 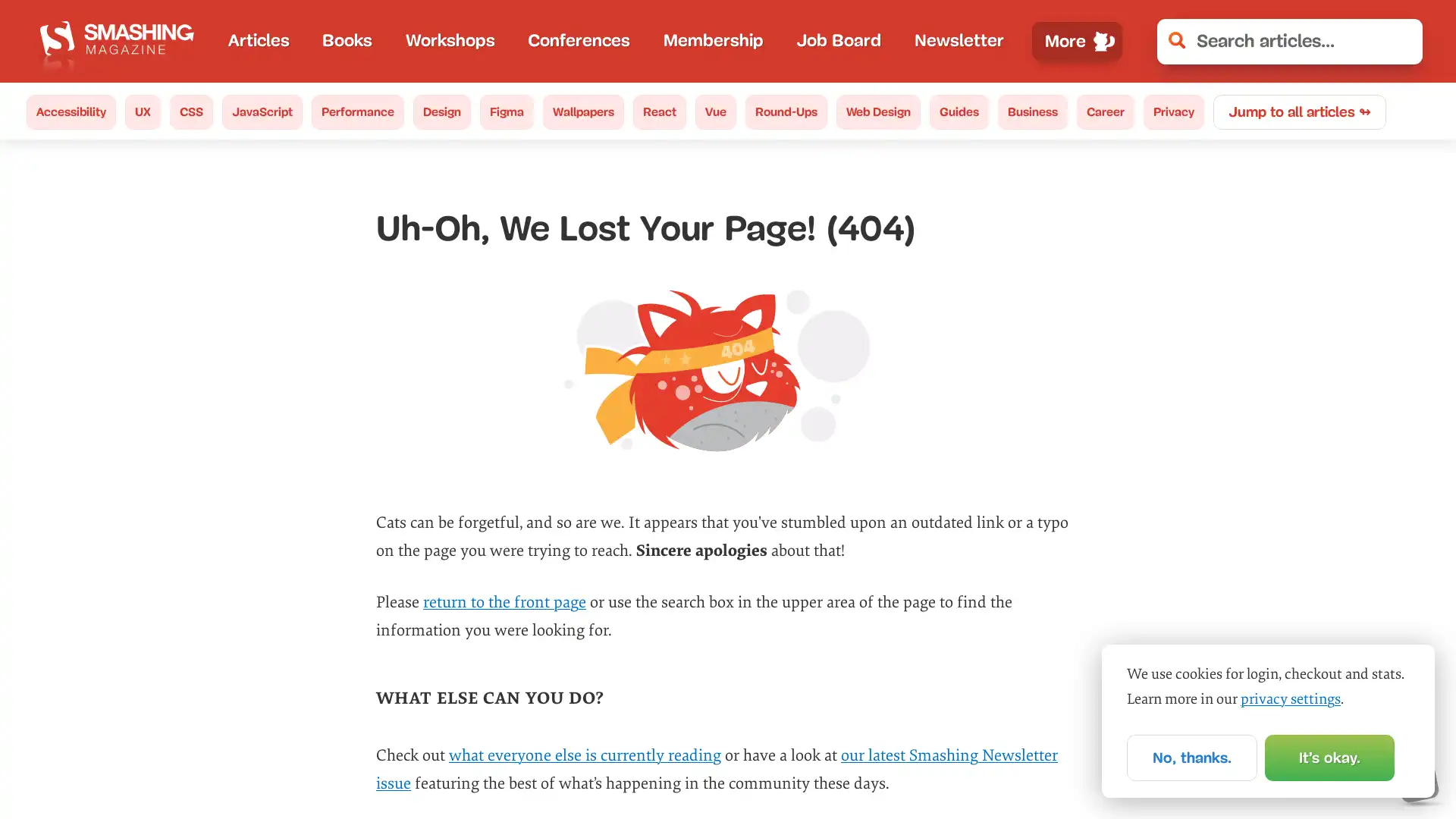 What do you see at coordinates (1329, 758) in the screenshot?
I see `Its okay.` at bounding box center [1329, 758].